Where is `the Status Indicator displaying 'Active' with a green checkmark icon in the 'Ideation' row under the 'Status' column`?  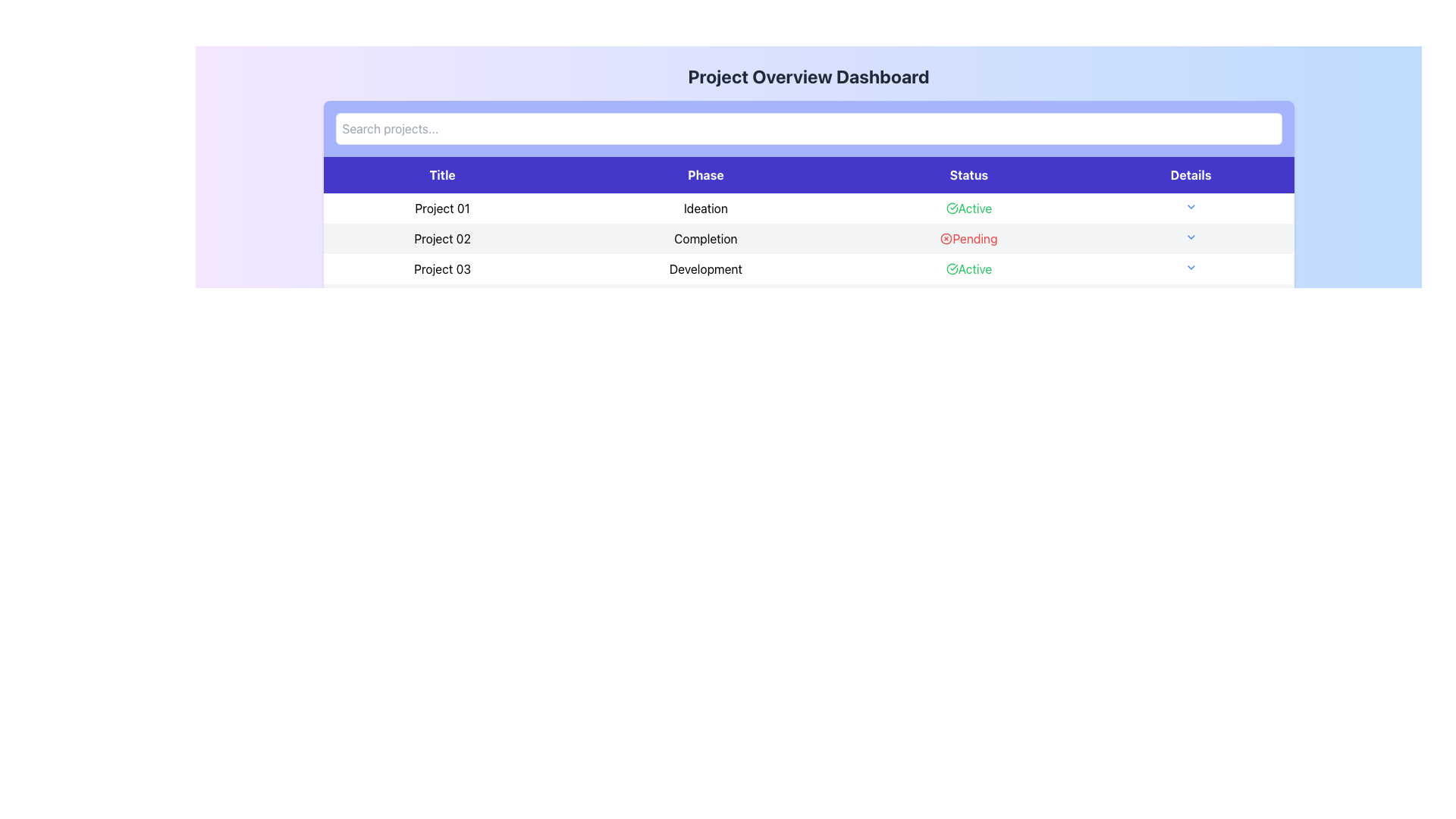 the Status Indicator displaying 'Active' with a green checkmark icon in the 'Ideation' row under the 'Status' column is located at coordinates (968, 208).